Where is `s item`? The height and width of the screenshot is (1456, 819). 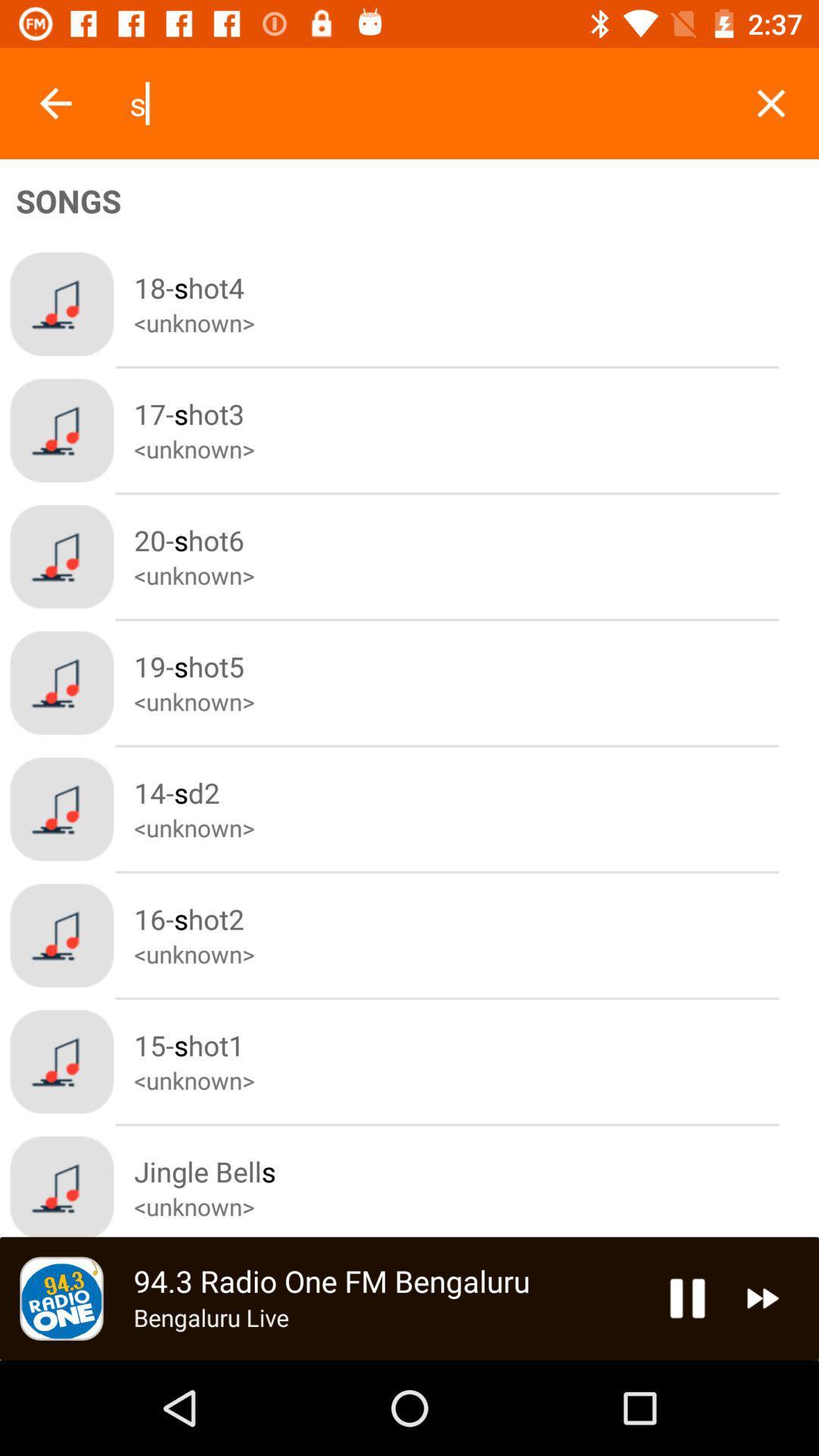 s item is located at coordinates (425, 102).